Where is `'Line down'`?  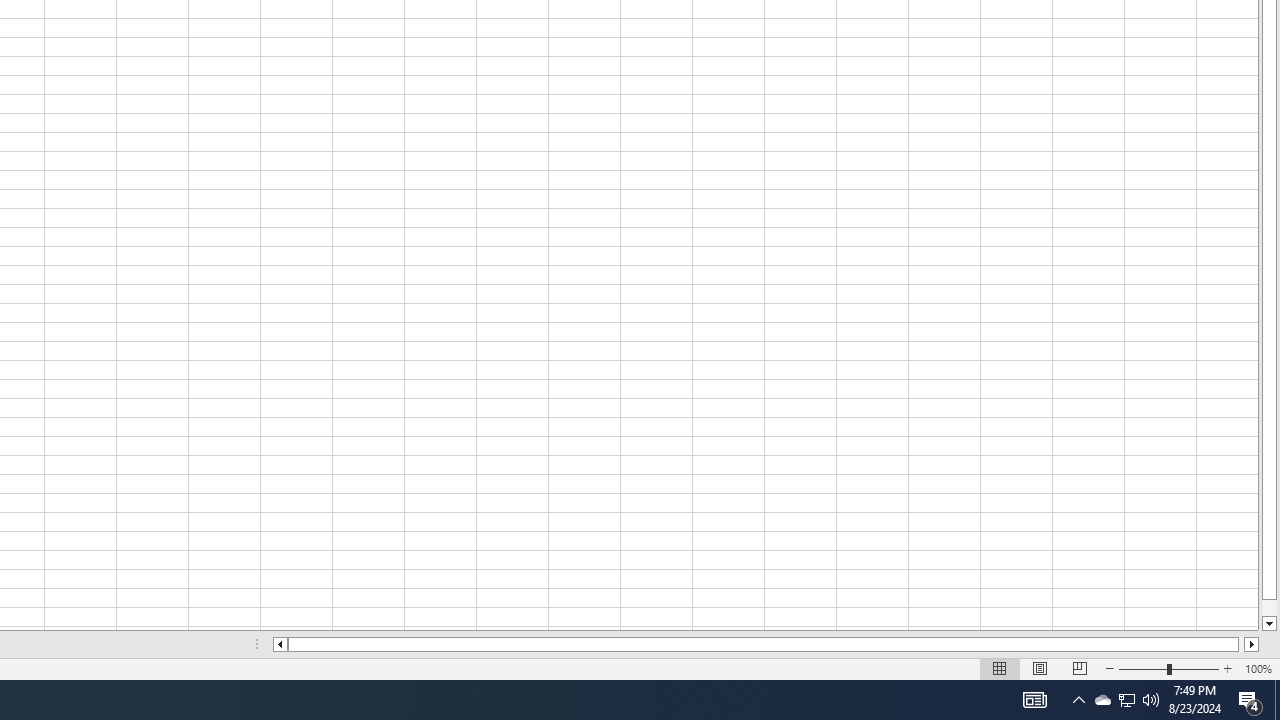 'Line down' is located at coordinates (1268, 623).